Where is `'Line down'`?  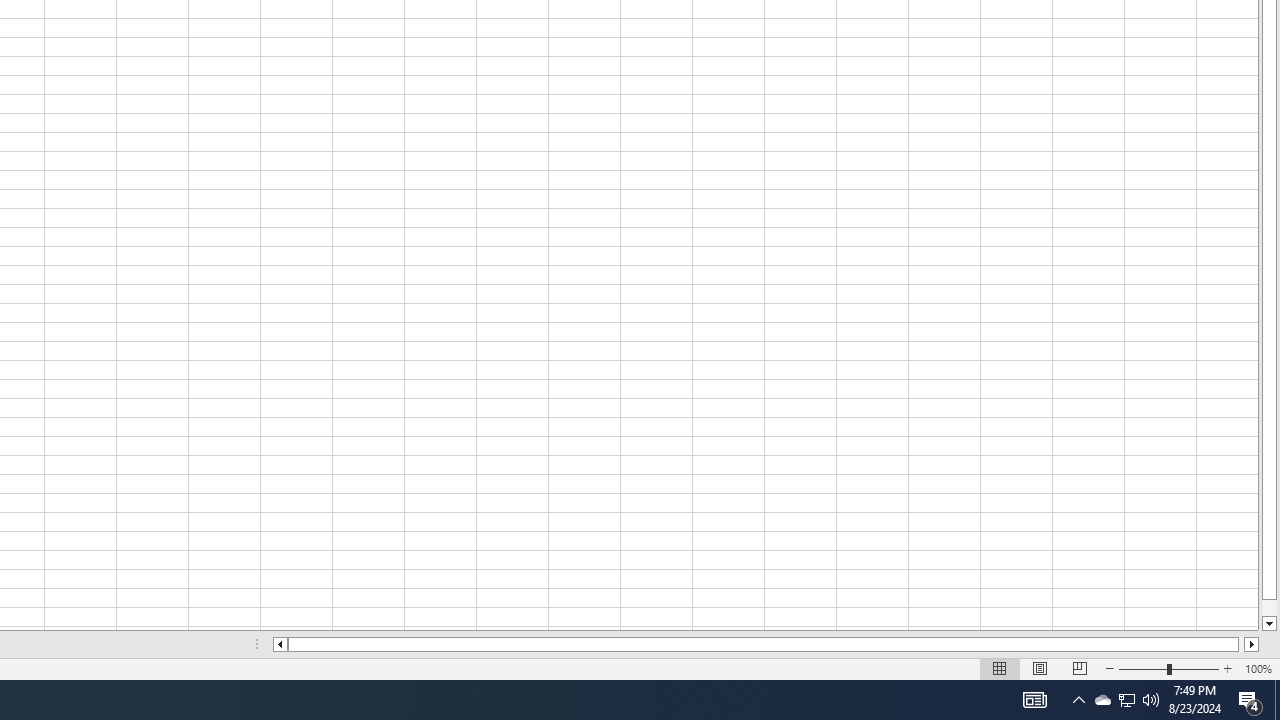 'Line down' is located at coordinates (1268, 623).